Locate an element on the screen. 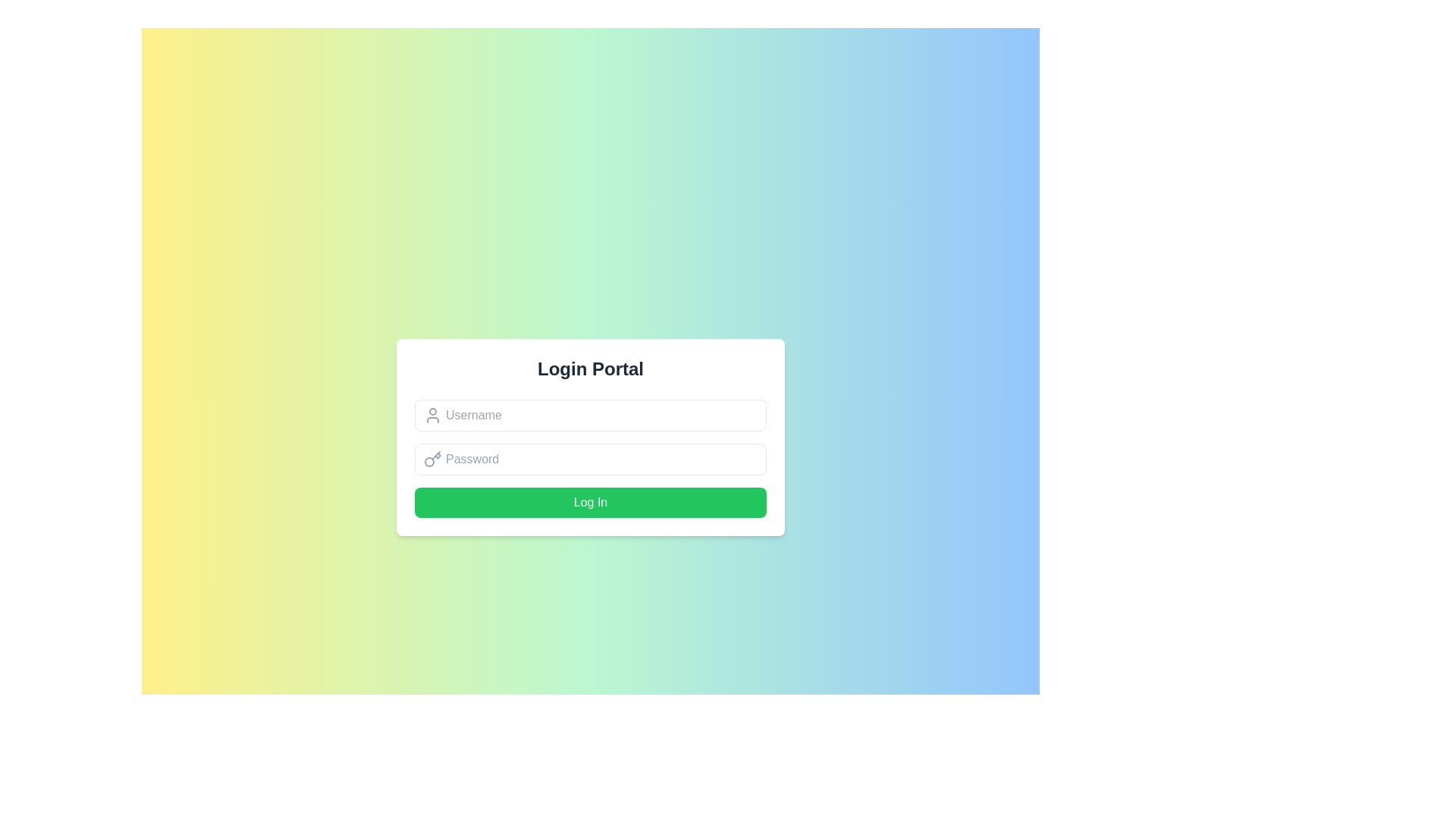 The image size is (1456, 819). the key icon located on the left side of the password input field in the login form is located at coordinates (432, 458).